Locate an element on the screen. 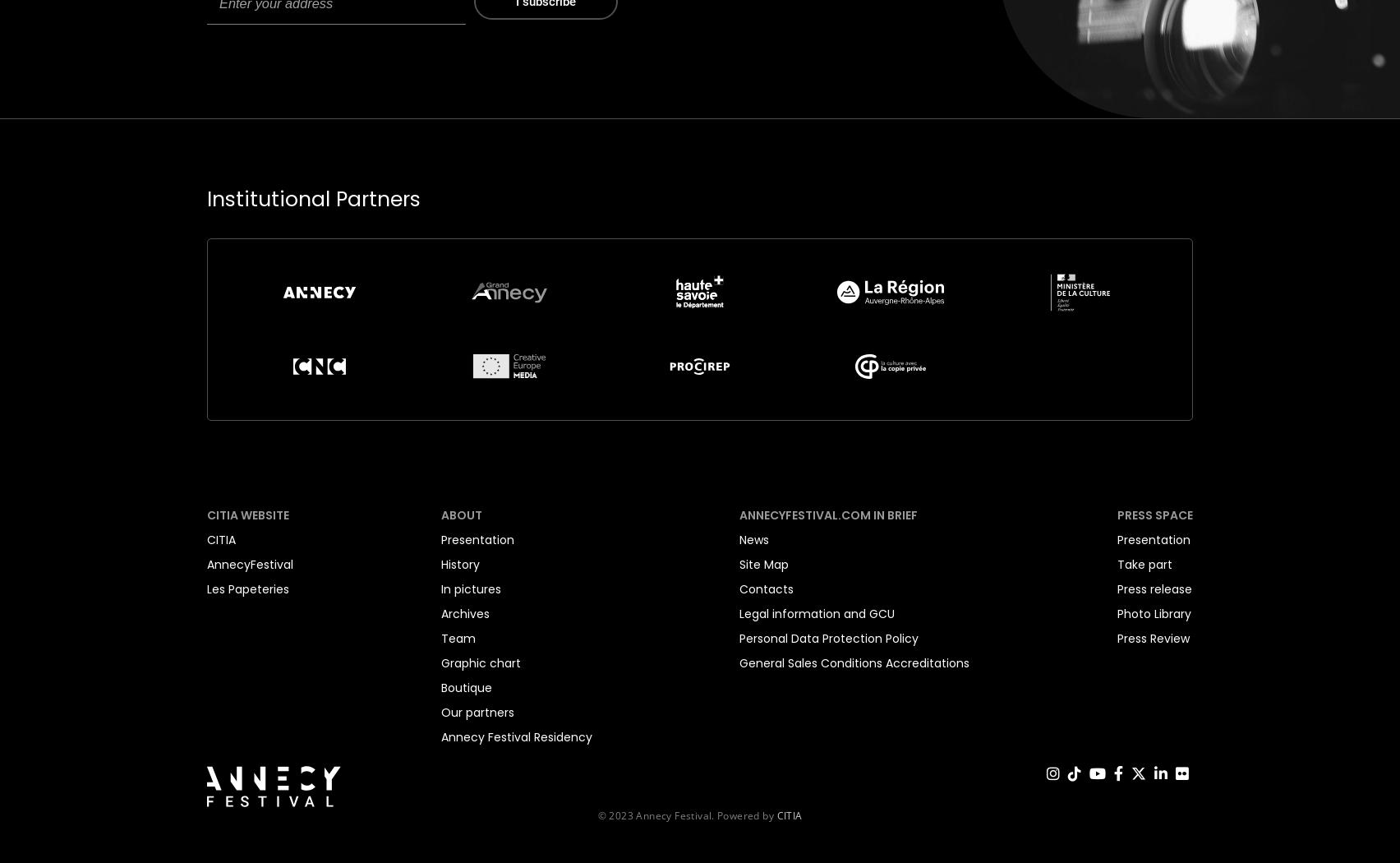 The height and width of the screenshot is (863, 1400). 'Photo Library' is located at coordinates (1116, 612).